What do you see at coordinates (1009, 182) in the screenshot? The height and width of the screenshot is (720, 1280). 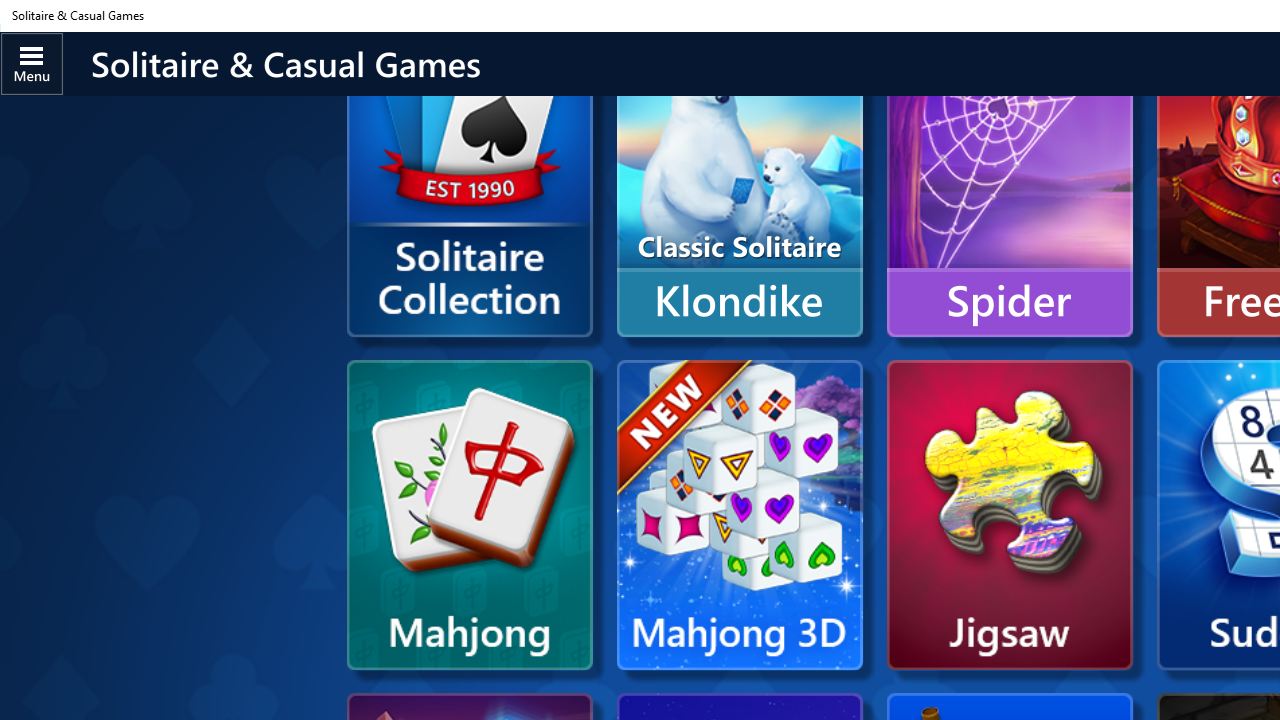 I see `'Spider'` at bounding box center [1009, 182].